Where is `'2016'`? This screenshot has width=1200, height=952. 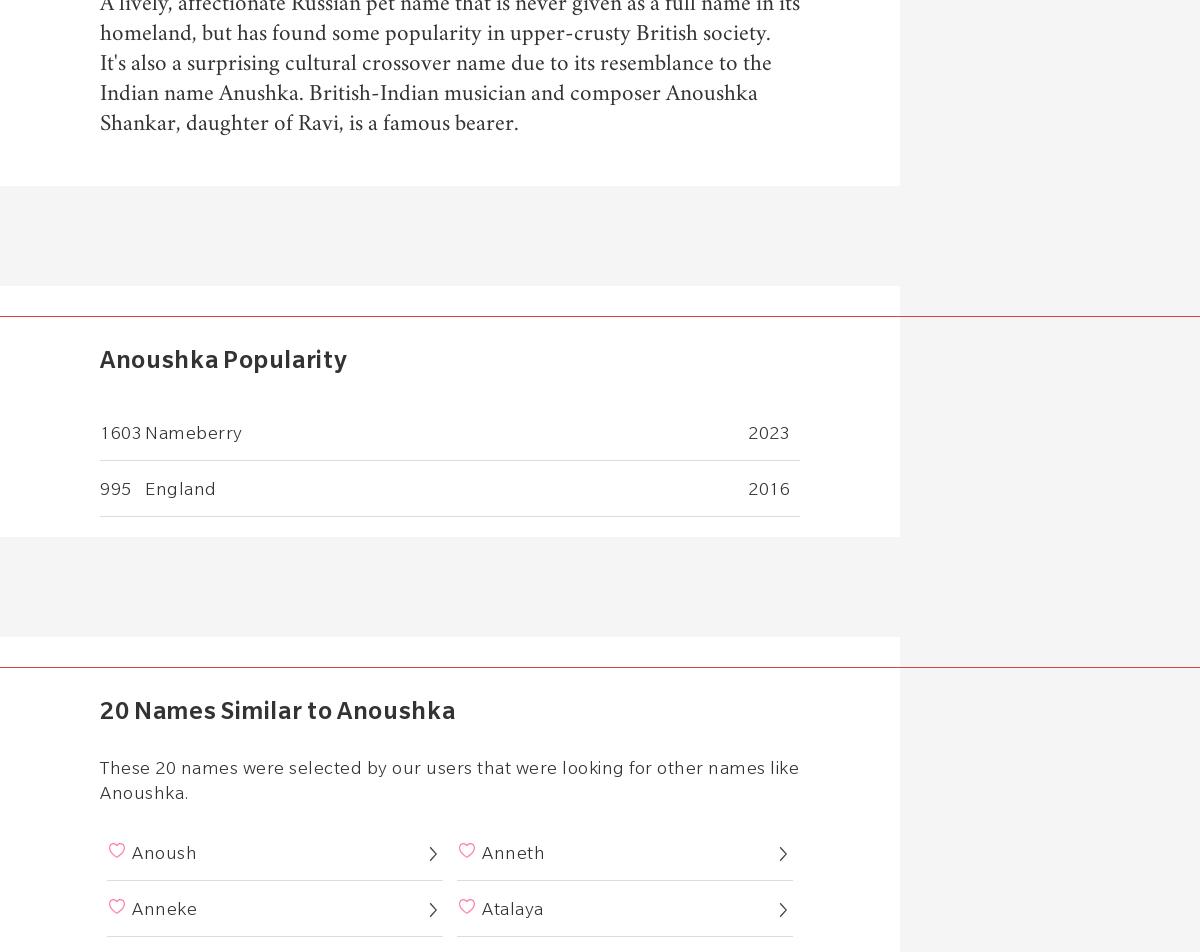 '2016' is located at coordinates (767, 486).